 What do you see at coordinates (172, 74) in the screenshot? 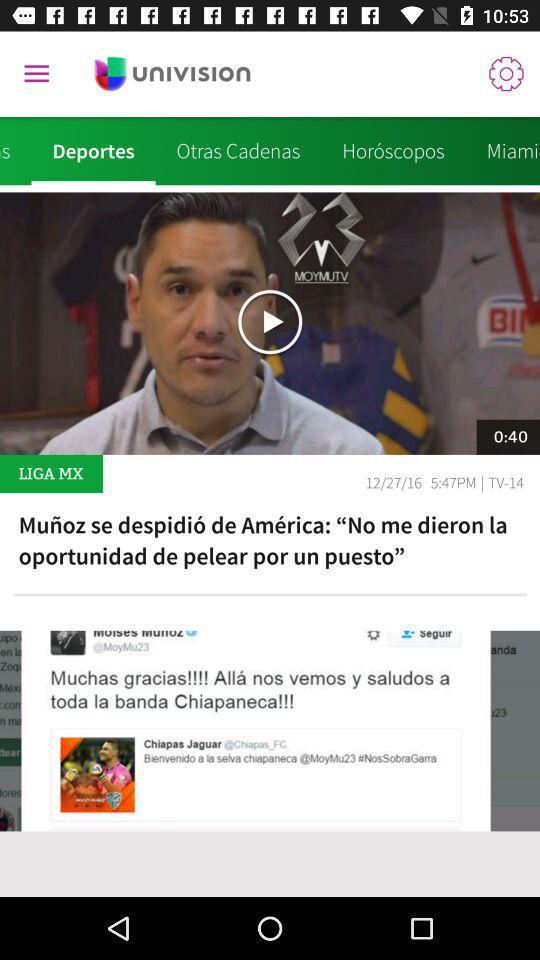
I see `univision` at bounding box center [172, 74].